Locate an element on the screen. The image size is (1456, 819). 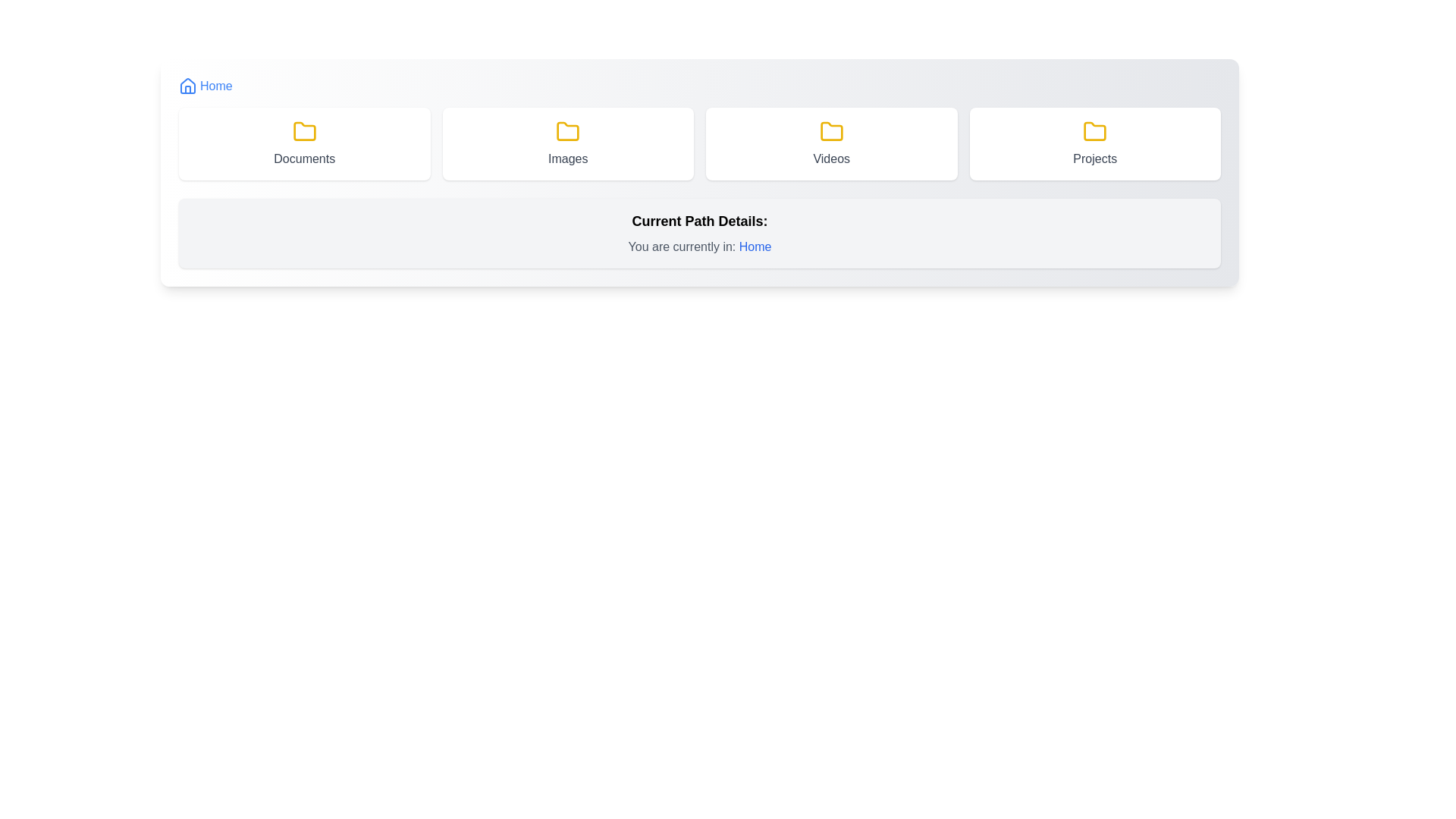
the 'Home' text label in the header navigation bar is located at coordinates (215, 86).